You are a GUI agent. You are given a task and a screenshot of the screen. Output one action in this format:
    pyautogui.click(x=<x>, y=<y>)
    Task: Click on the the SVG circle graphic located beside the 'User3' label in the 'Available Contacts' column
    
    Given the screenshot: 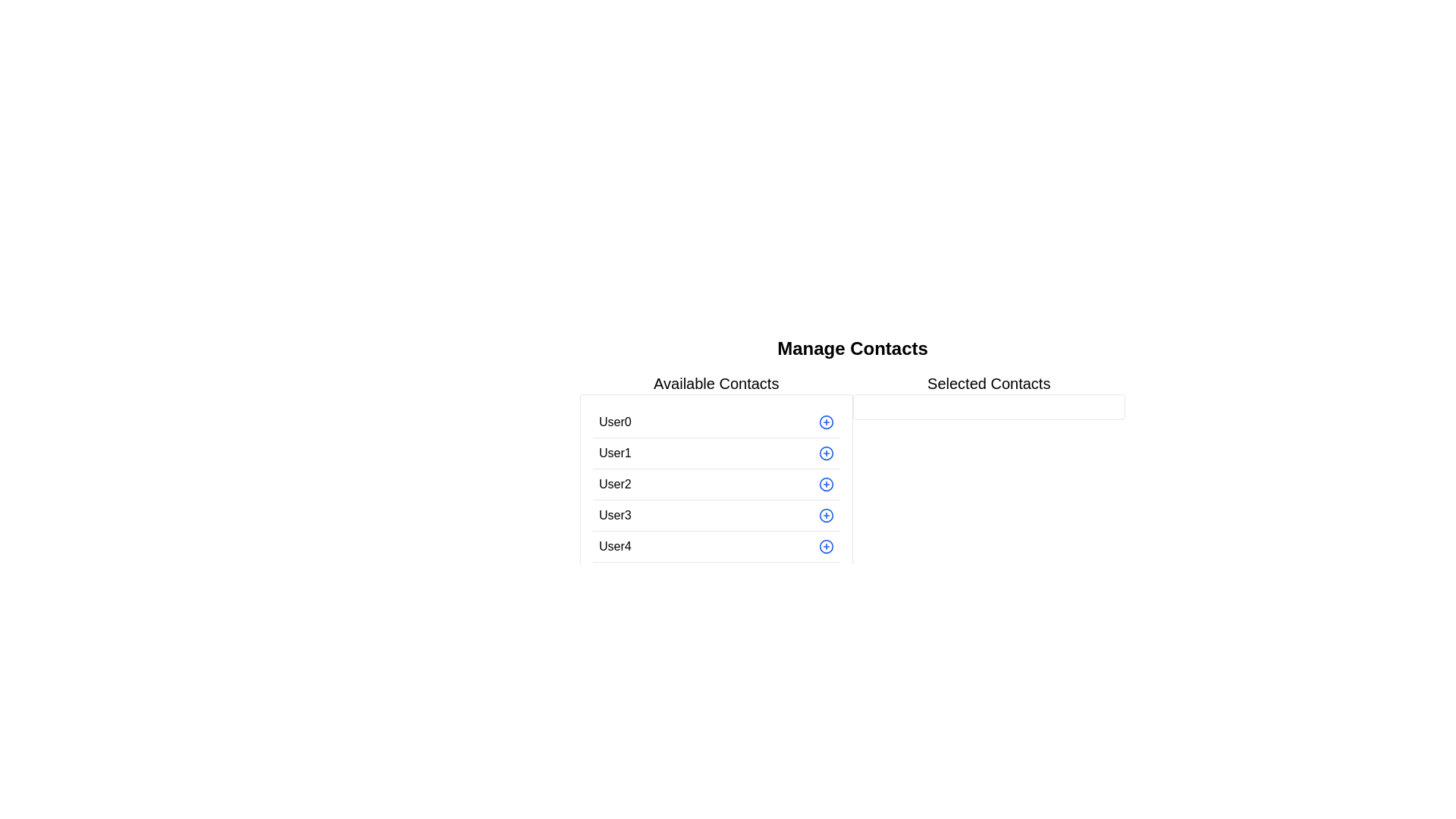 What is the action you would take?
    pyautogui.click(x=825, y=514)
    